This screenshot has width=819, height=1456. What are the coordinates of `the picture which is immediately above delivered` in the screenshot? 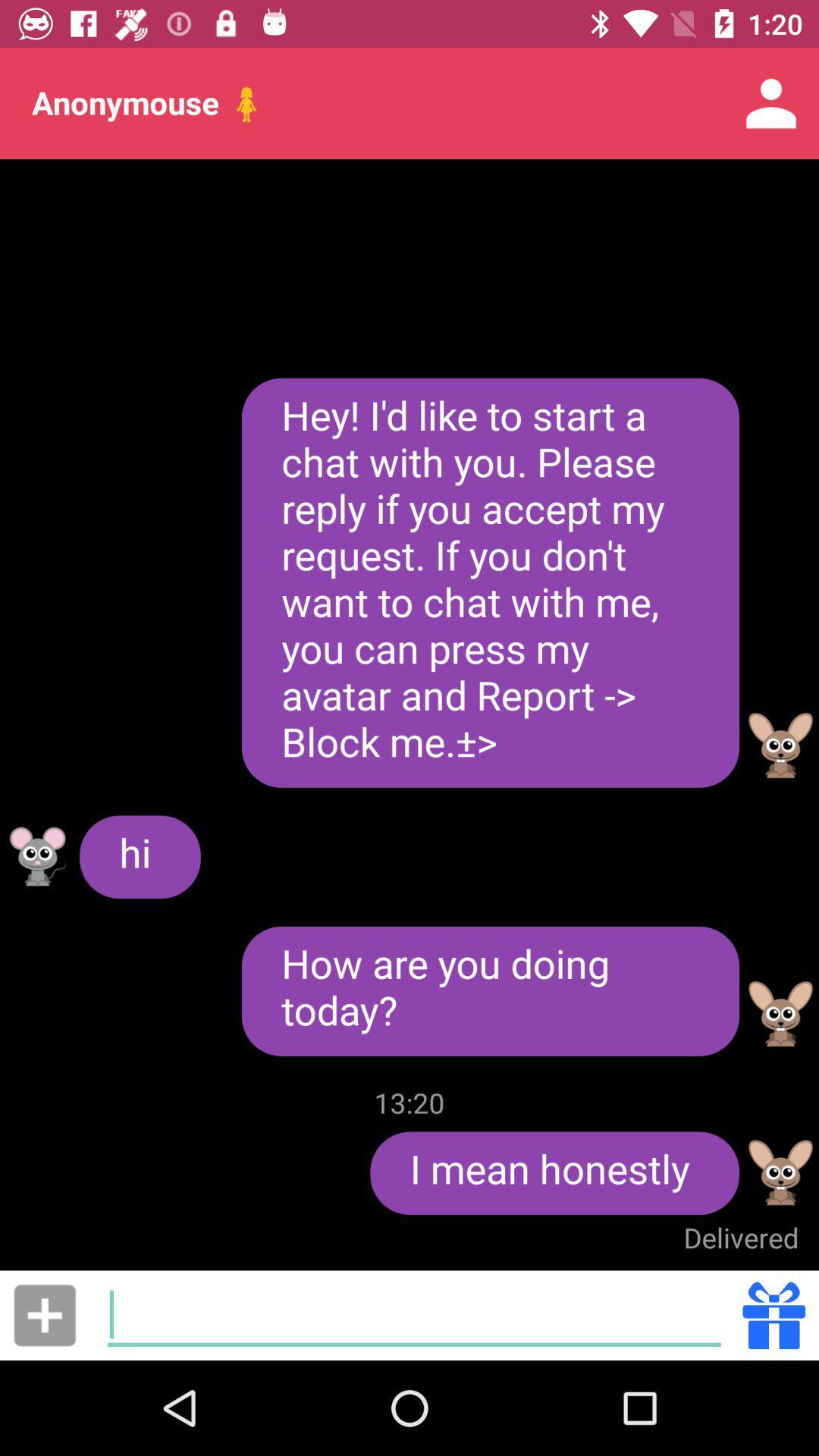 It's located at (780, 1172).